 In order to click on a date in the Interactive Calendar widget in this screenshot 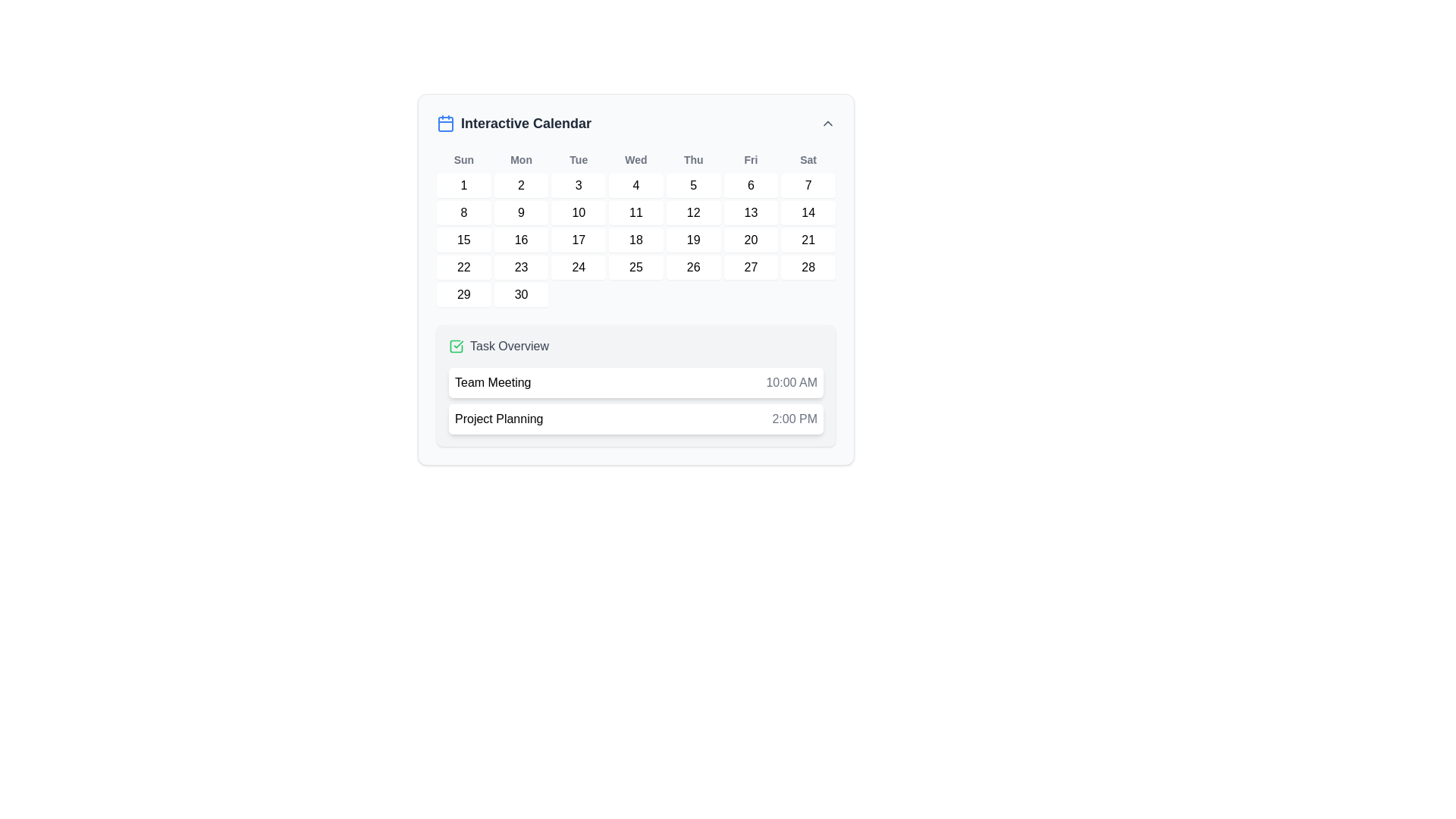, I will do `click(636, 280)`.